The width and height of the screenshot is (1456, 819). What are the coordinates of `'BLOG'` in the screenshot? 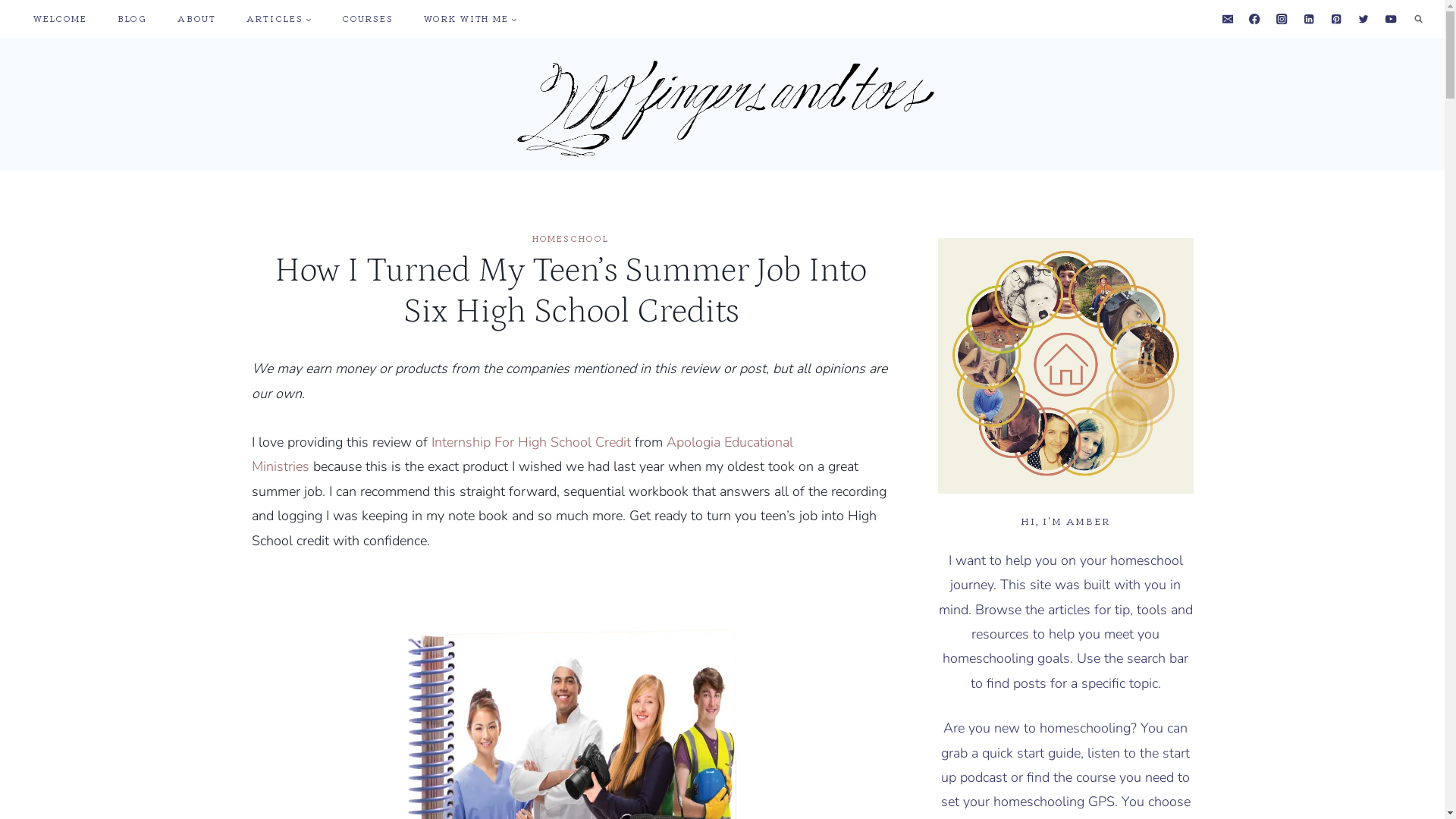 It's located at (132, 19).